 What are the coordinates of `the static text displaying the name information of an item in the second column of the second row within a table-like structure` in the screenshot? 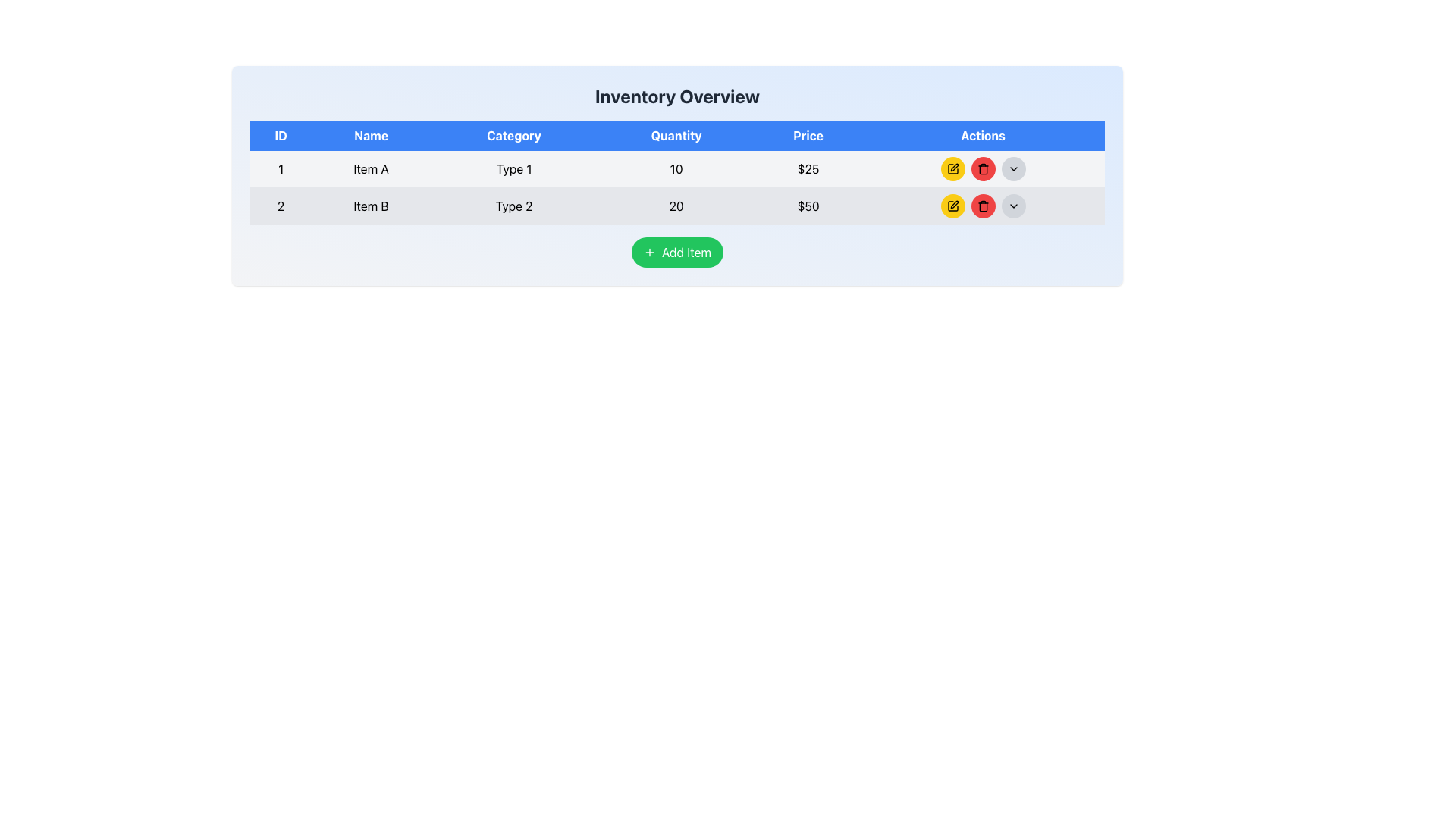 It's located at (371, 206).